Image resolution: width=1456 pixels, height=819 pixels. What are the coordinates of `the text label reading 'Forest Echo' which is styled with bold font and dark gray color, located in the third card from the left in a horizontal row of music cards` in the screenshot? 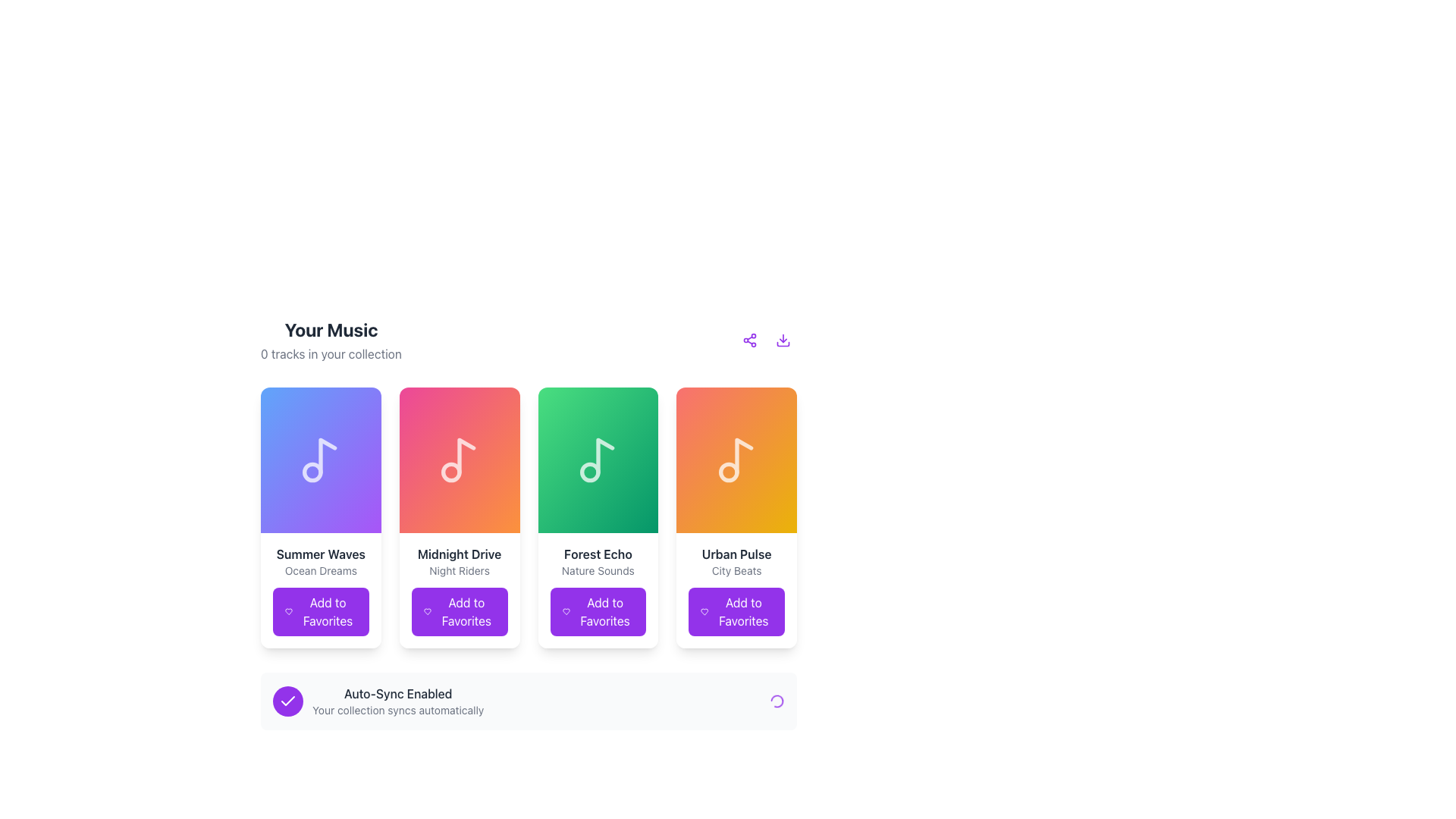 It's located at (597, 554).